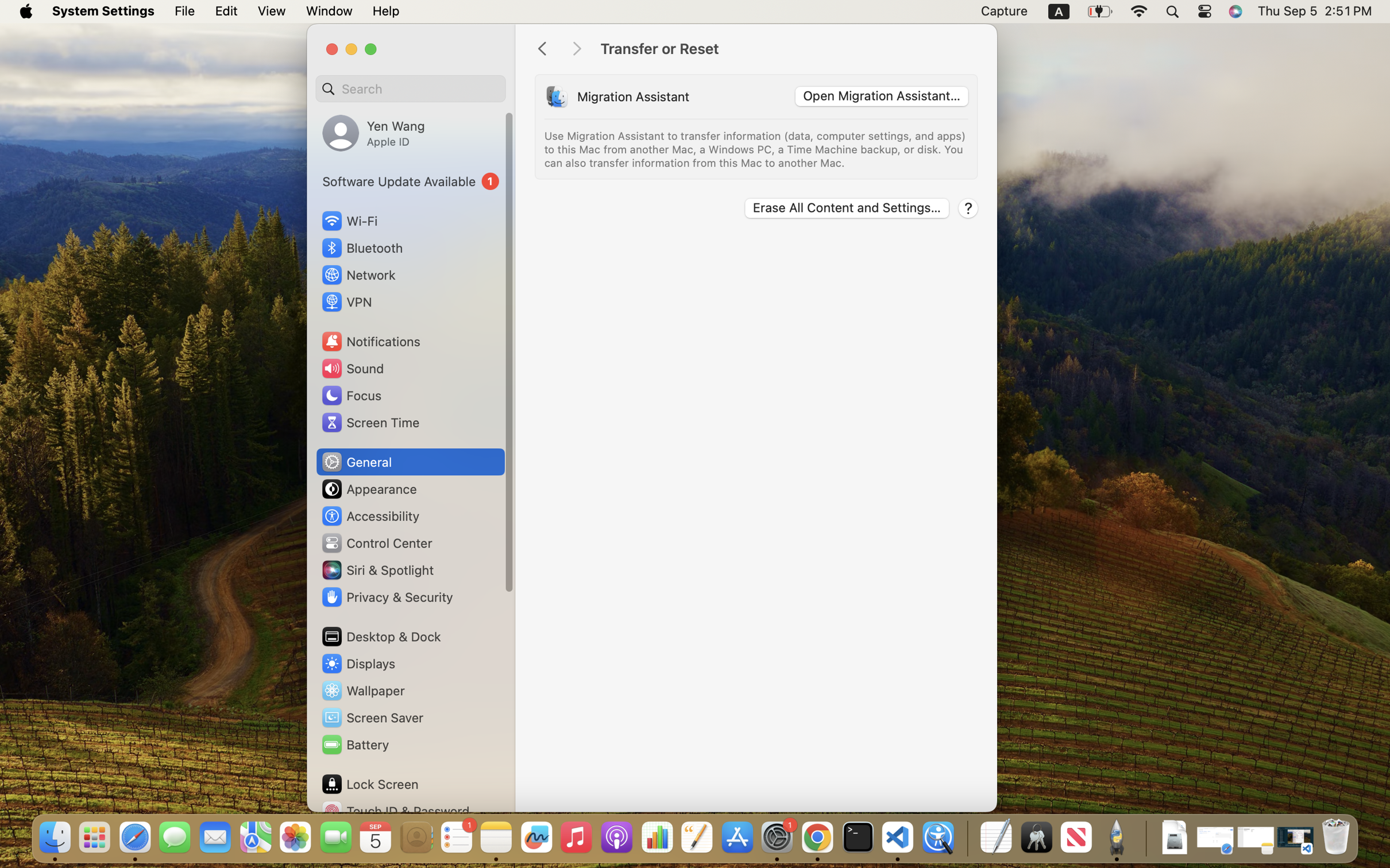 Image resolution: width=1390 pixels, height=868 pixels. I want to click on 'Yen Wang, Apple ID', so click(373, 132).